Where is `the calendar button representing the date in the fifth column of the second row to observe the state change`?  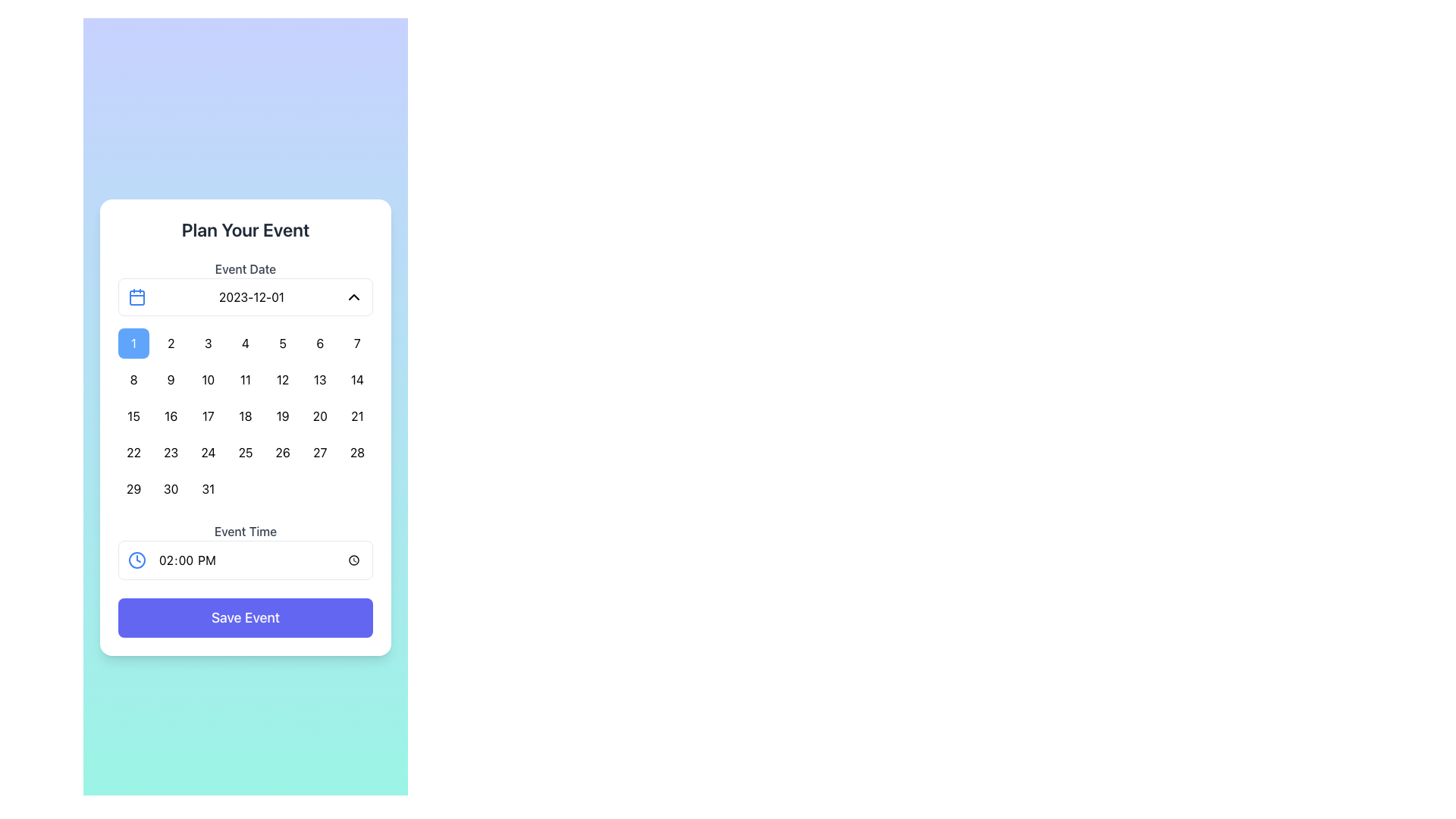
the calendar button representing the date in the fifth column of the second row to observe the state change is located at coordinates (283, 379).